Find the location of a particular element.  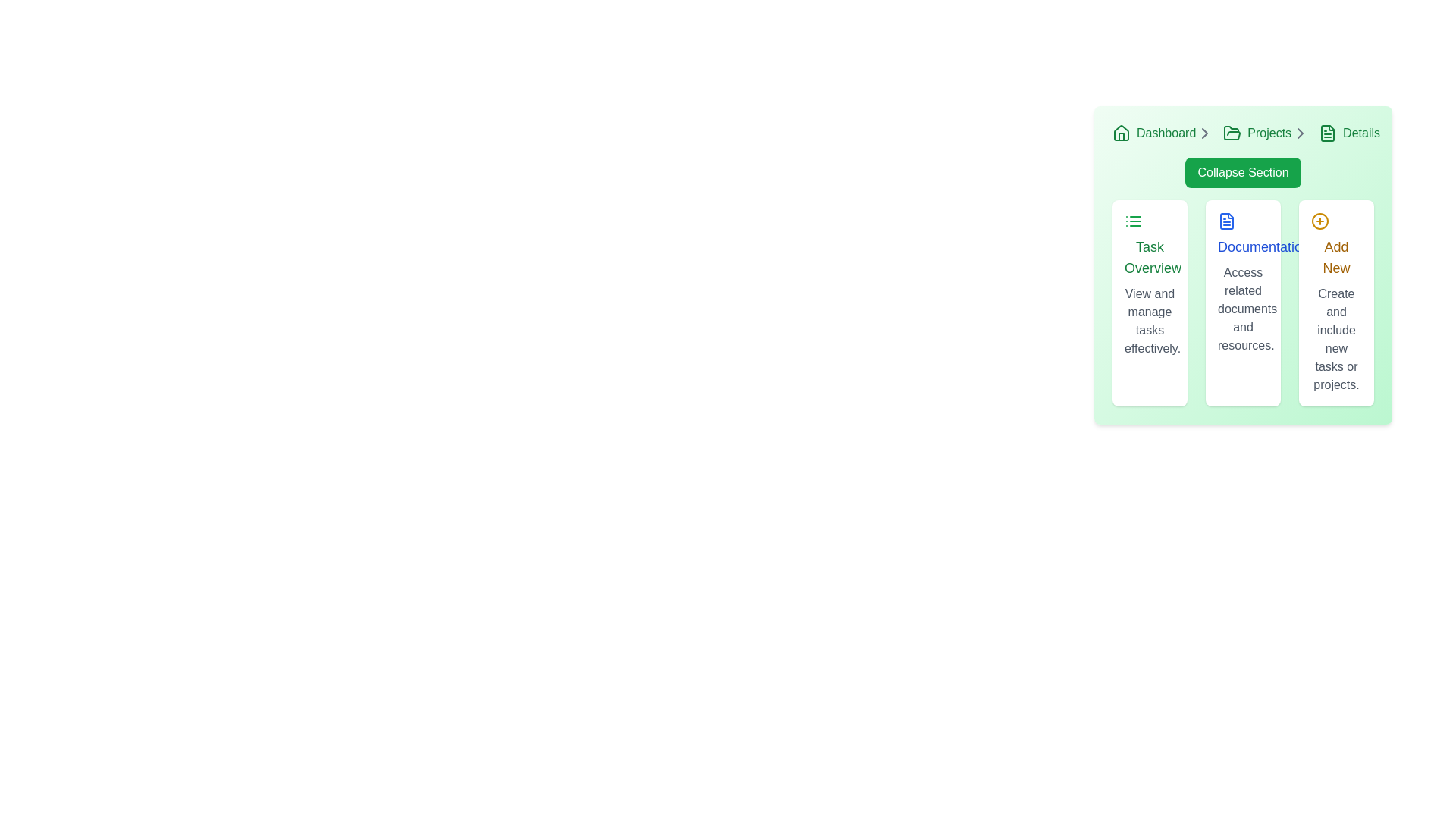

the 'Projects' hyperlink, which is styled in green and located is located at coordinates (1257, 133).